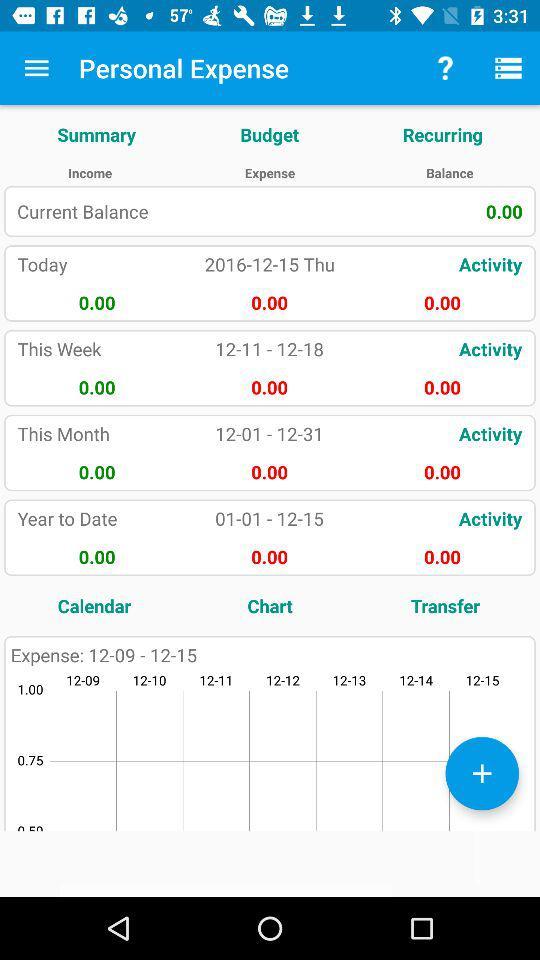  I want to click on the item next to summary, so click(269, 133).